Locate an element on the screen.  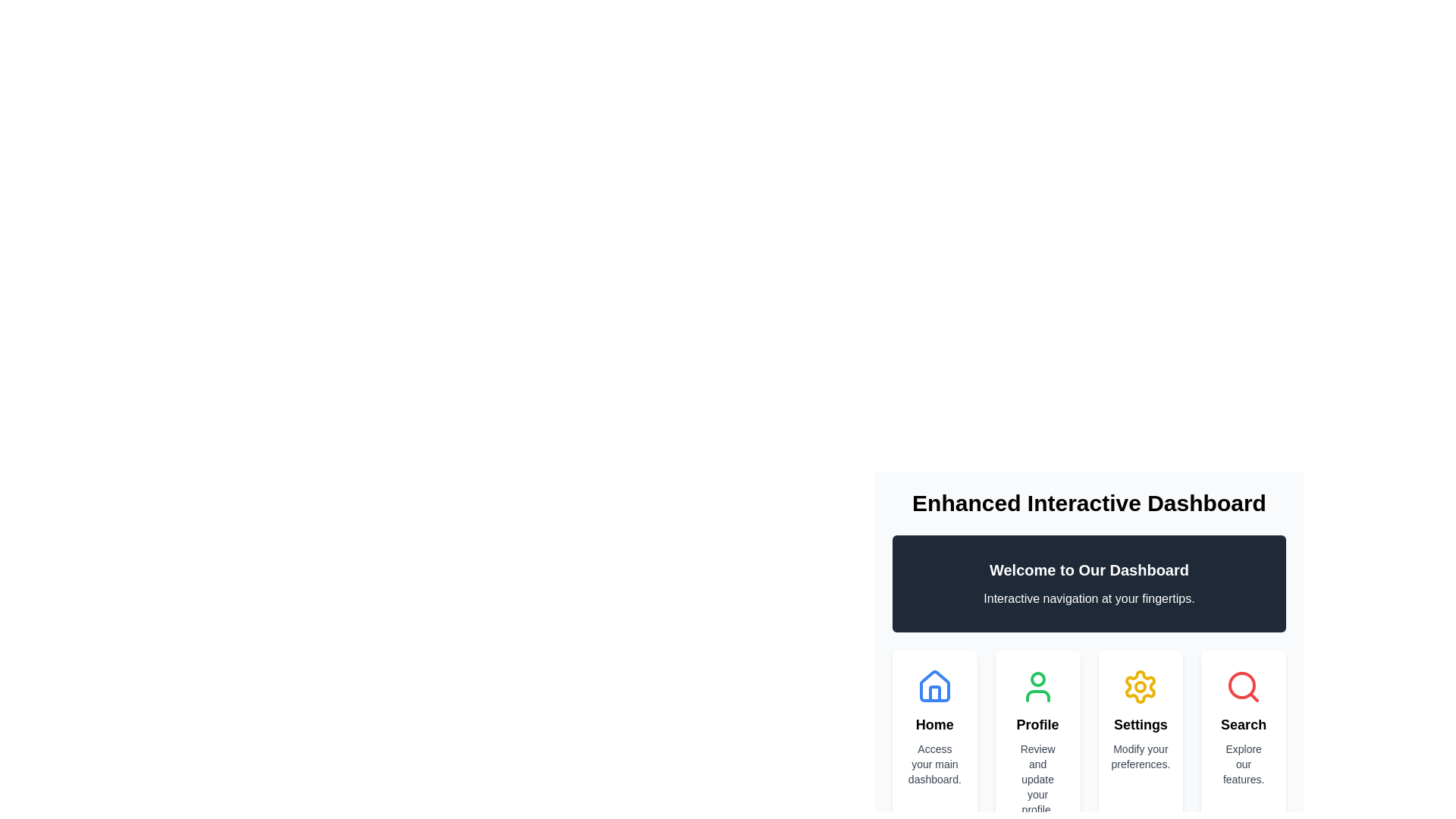
the 'Settings' card in the Enhanced Interactive Dashboard is located at coordinates (1088, 632).